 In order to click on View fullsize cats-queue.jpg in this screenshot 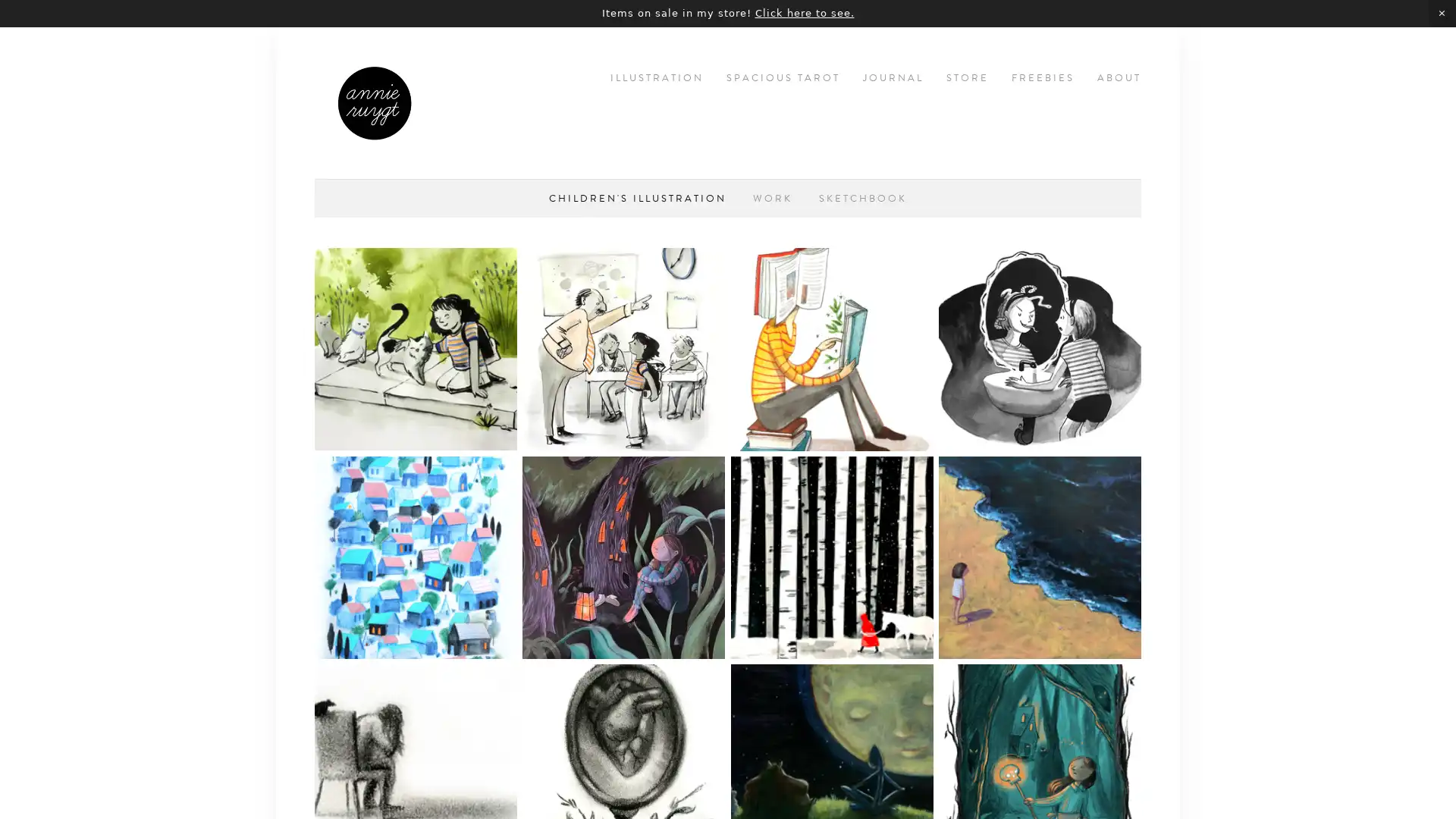, I will do `click(416, 349)`.